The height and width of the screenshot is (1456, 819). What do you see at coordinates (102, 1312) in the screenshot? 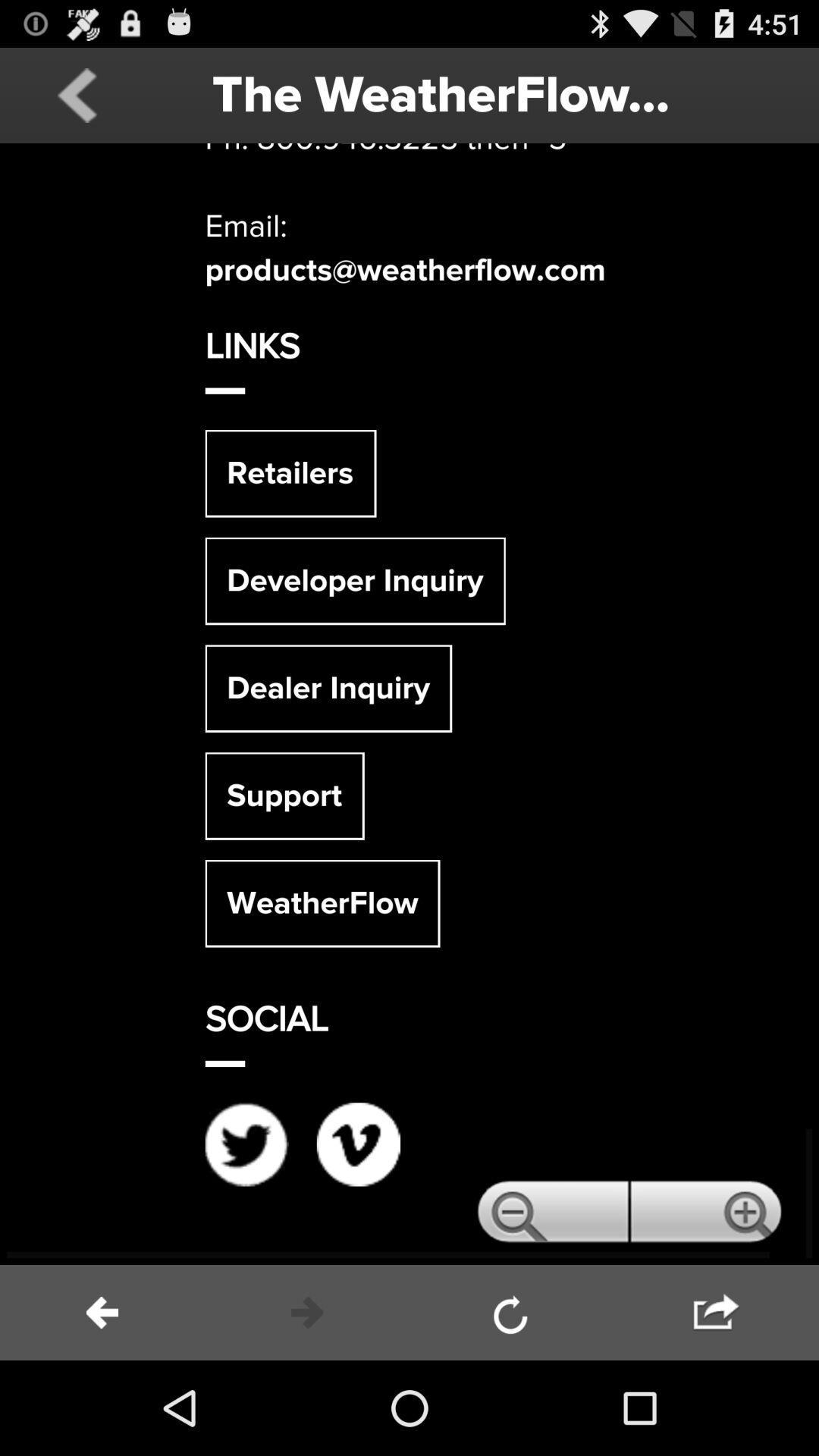
I see `go back` at bounding box center [102, 1312].